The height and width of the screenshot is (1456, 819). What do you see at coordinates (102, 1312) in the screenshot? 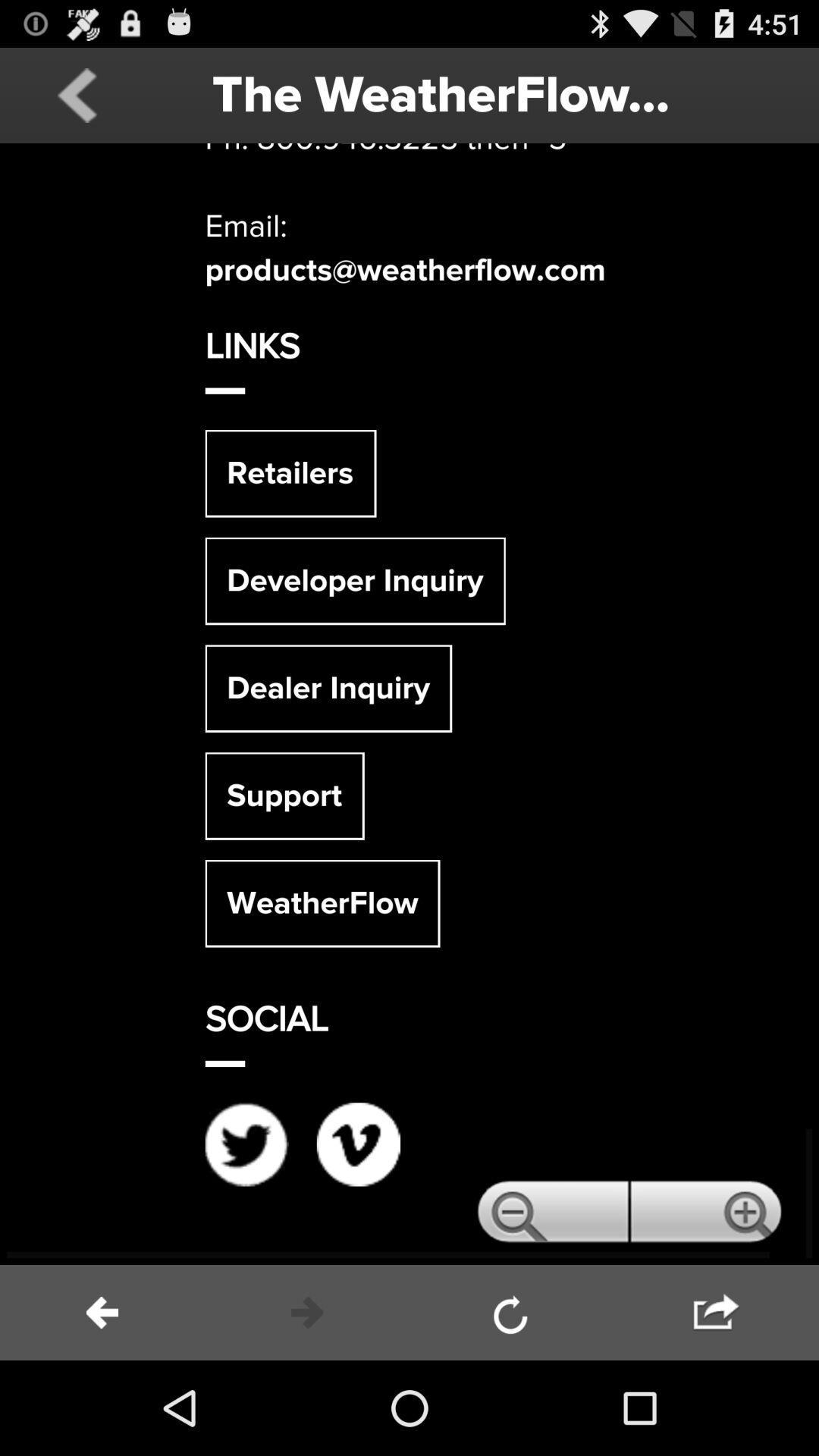
I see `go back` at bounding box center [102, 1312].